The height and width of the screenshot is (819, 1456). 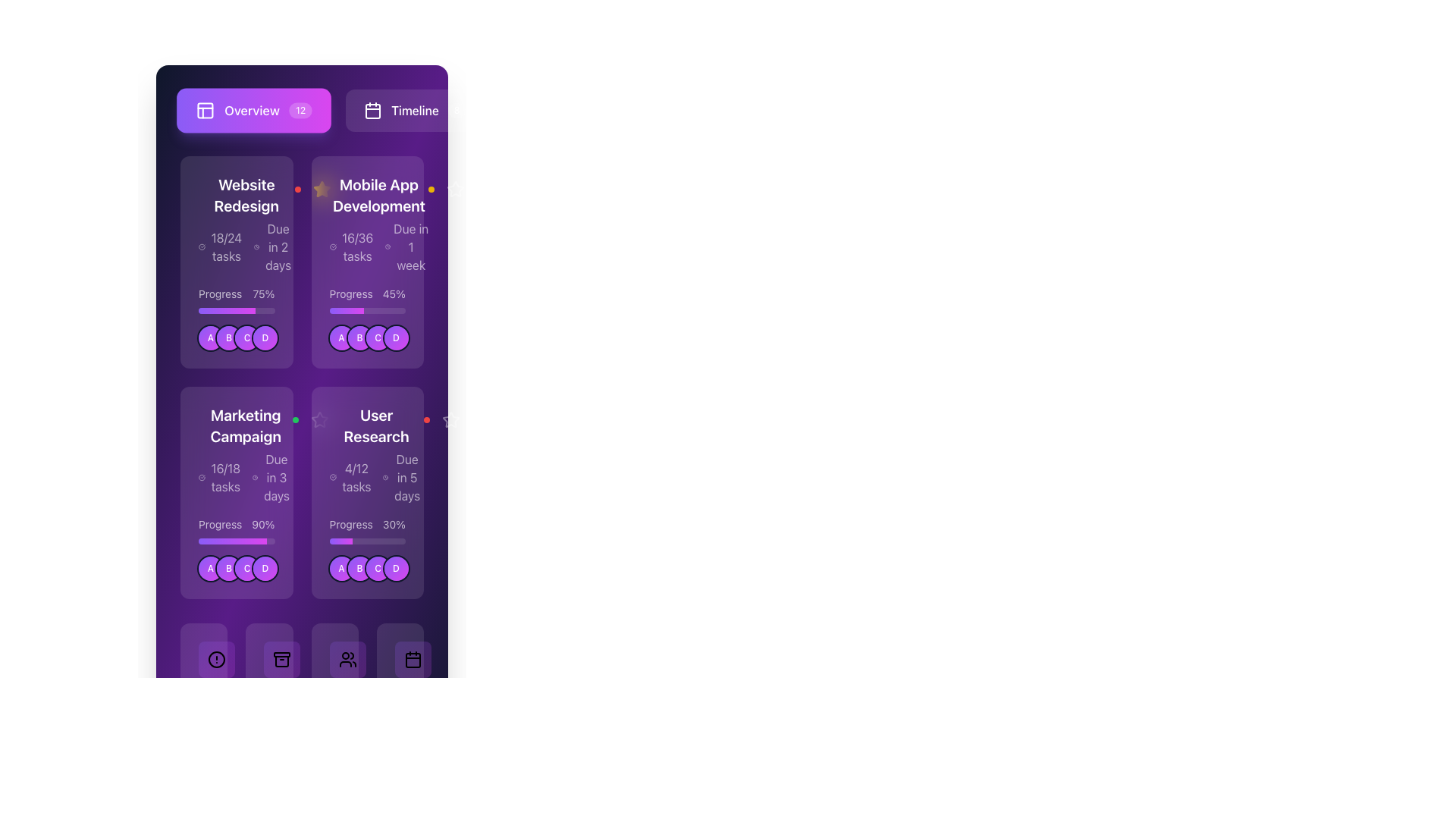 I want to click on the small circular icon with a checkmark inside it, located to the left of the text '16/36 tasks' in the 'Mobile App Development' card, so click(x=332, y=246).